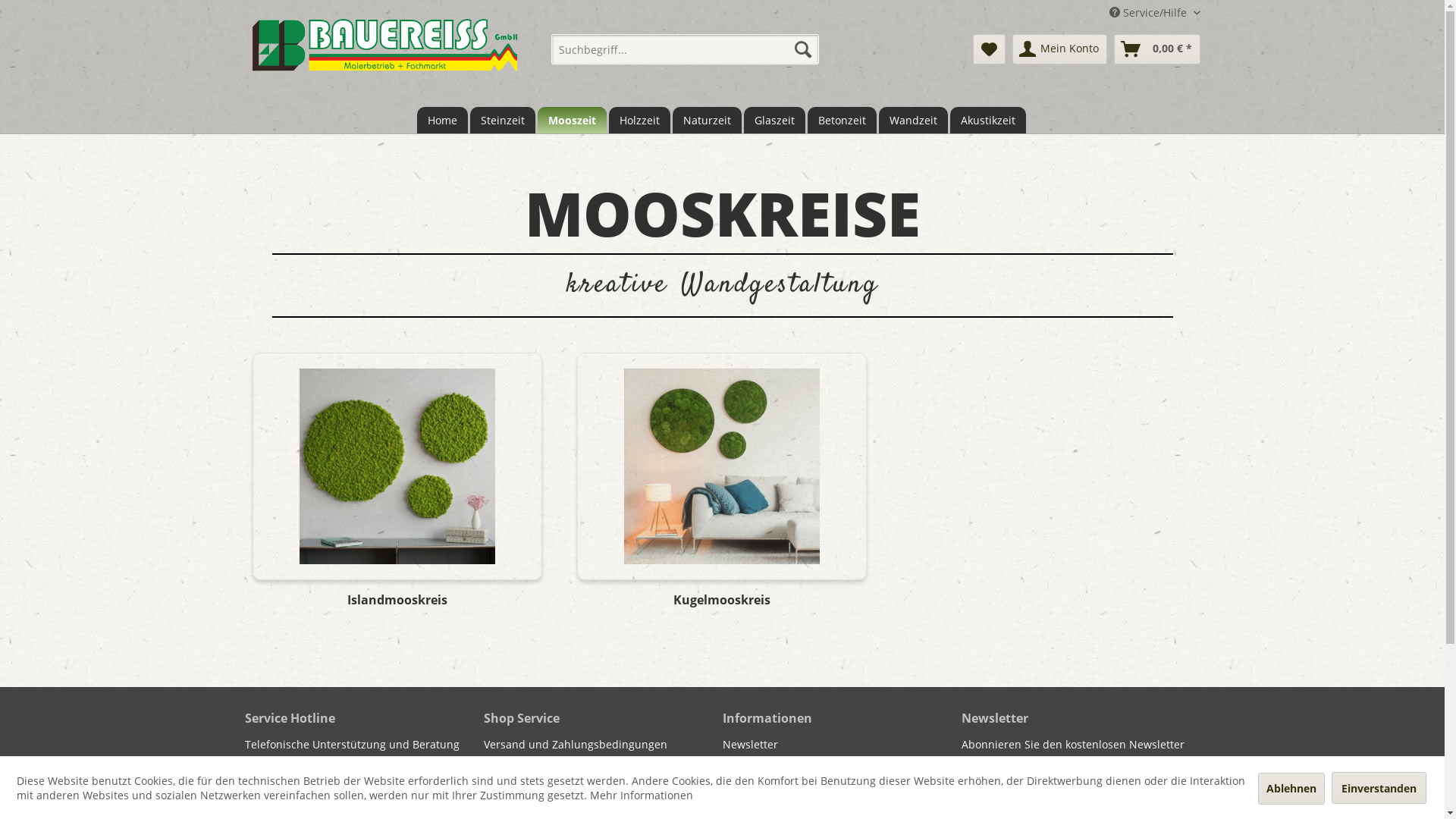 The height and width of the screenshot is (819, 1456). Describe the element at coordinates (291, 780) in the screenshot. I see `'+49(0)9861/5645'` at that location.